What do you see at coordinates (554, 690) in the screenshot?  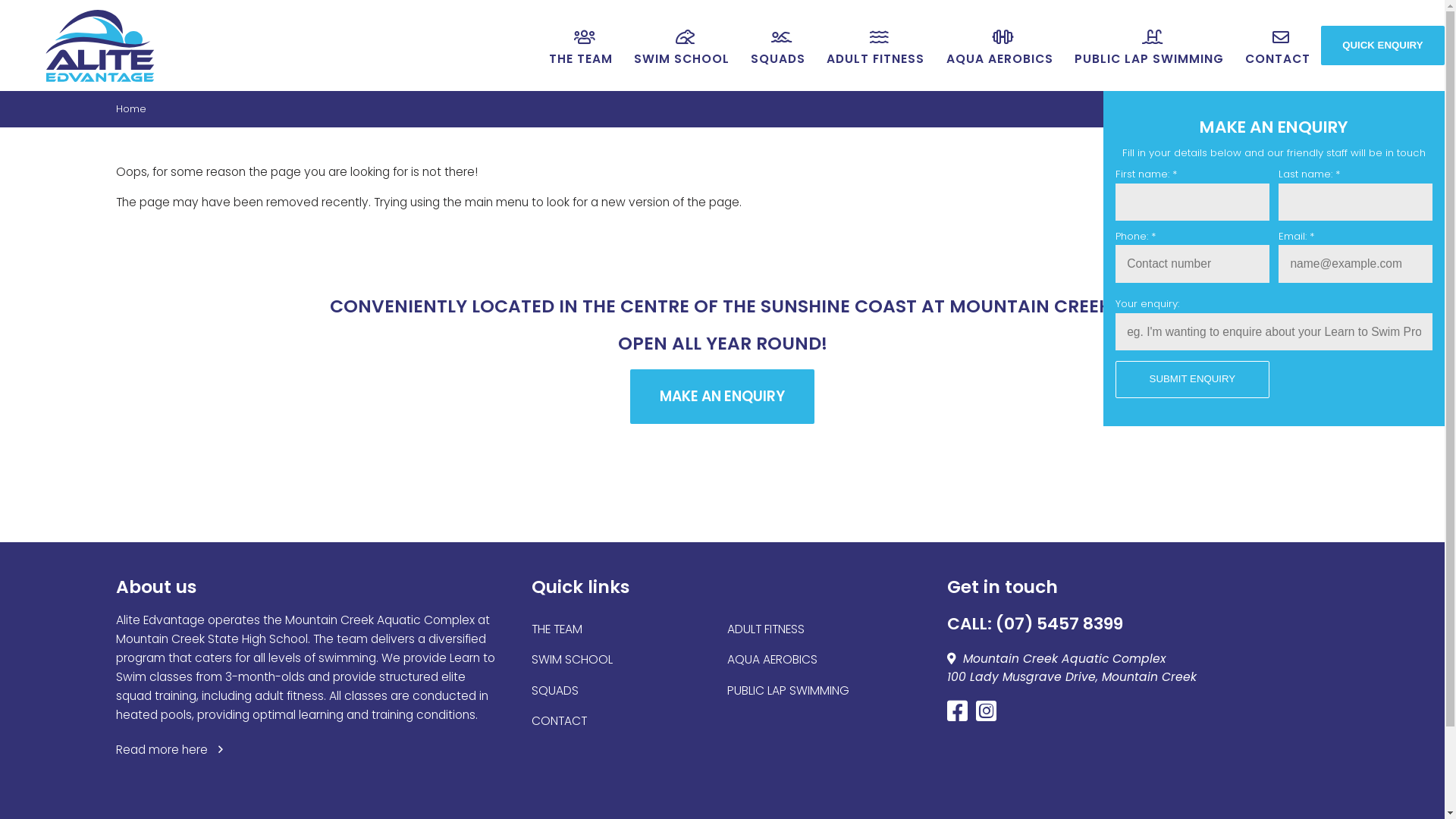 I see `'SQUADS'` at bounding box center [554, 690].